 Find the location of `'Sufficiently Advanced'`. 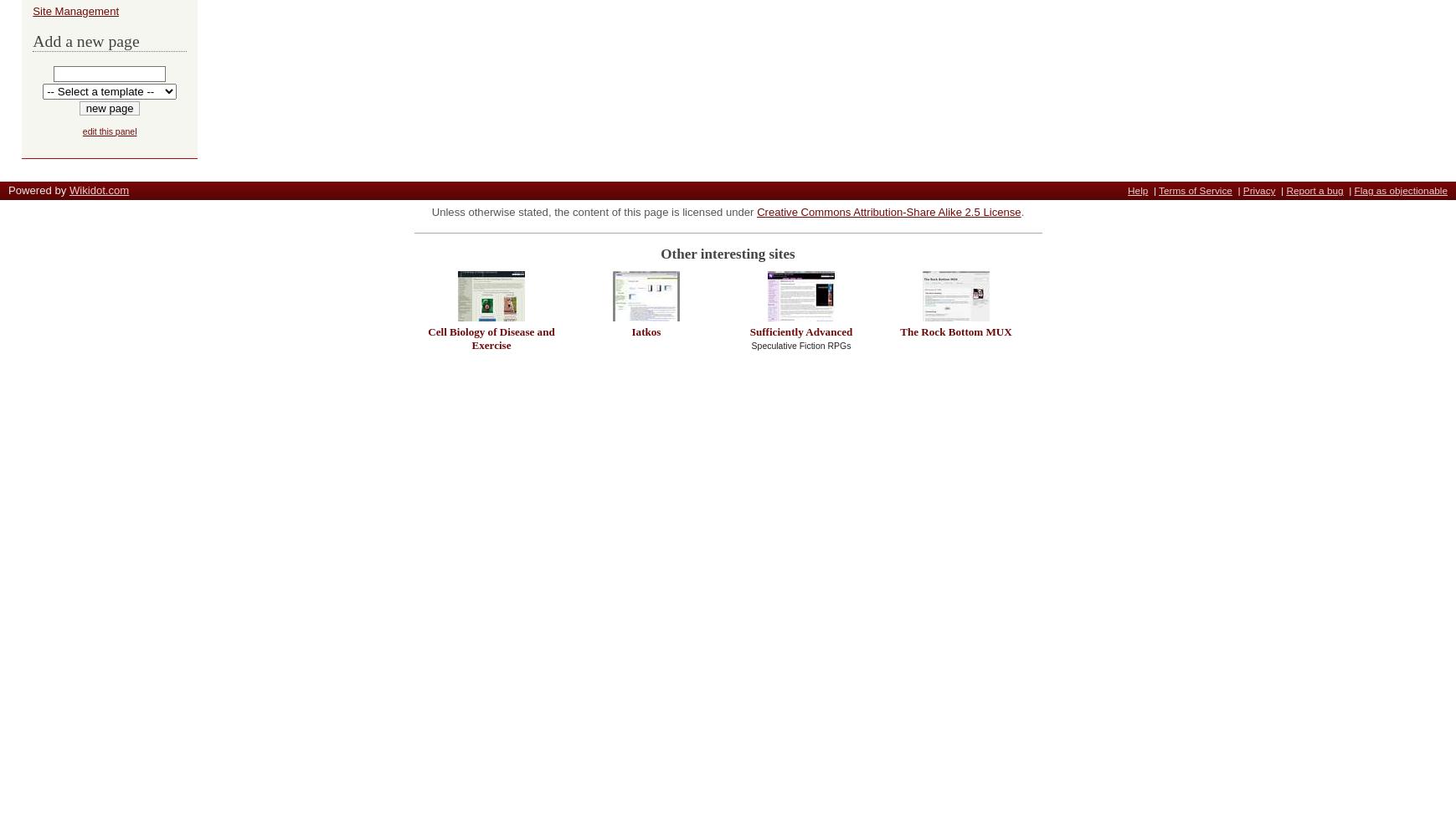

'Sufficiently Advanced' is located at coordinates (800, 331).